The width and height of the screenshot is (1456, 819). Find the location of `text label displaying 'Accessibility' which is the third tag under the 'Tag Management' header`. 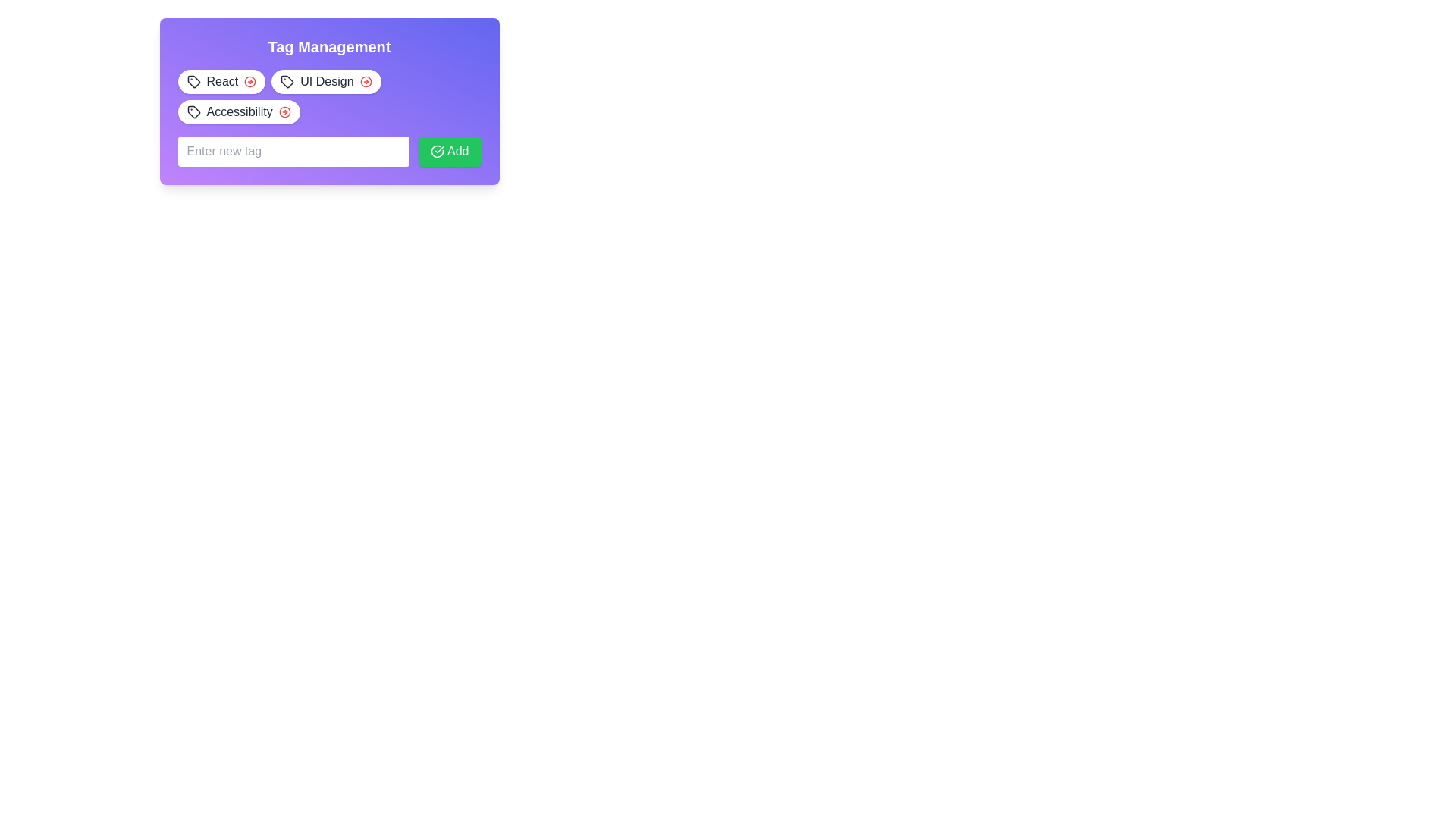

text label displaying 'Accessibility' which is the third tag under the 'Tag Management' header is located at coordinates (239, 111).